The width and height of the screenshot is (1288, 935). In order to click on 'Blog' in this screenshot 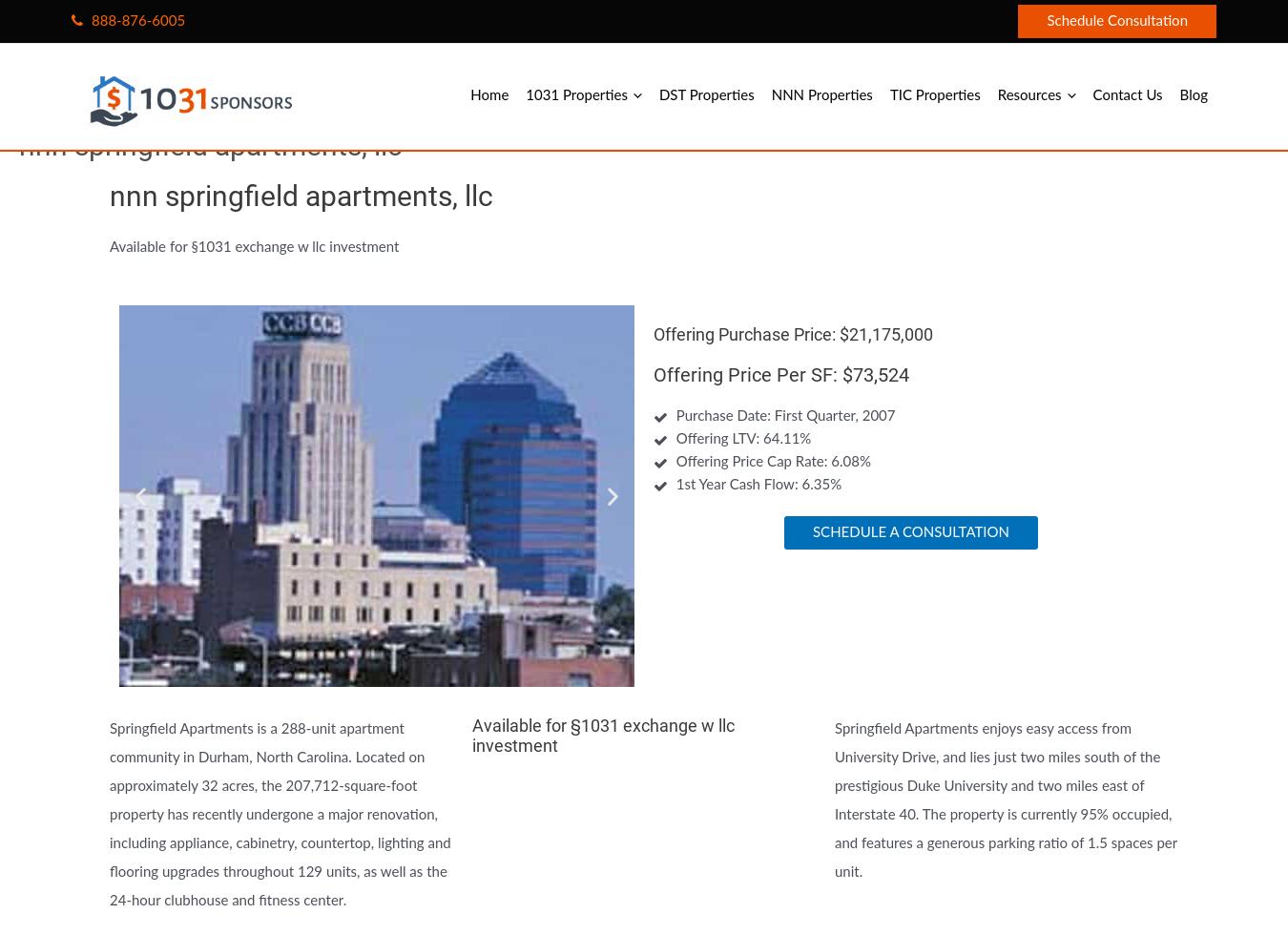, I will do `click(1194, 95)`.